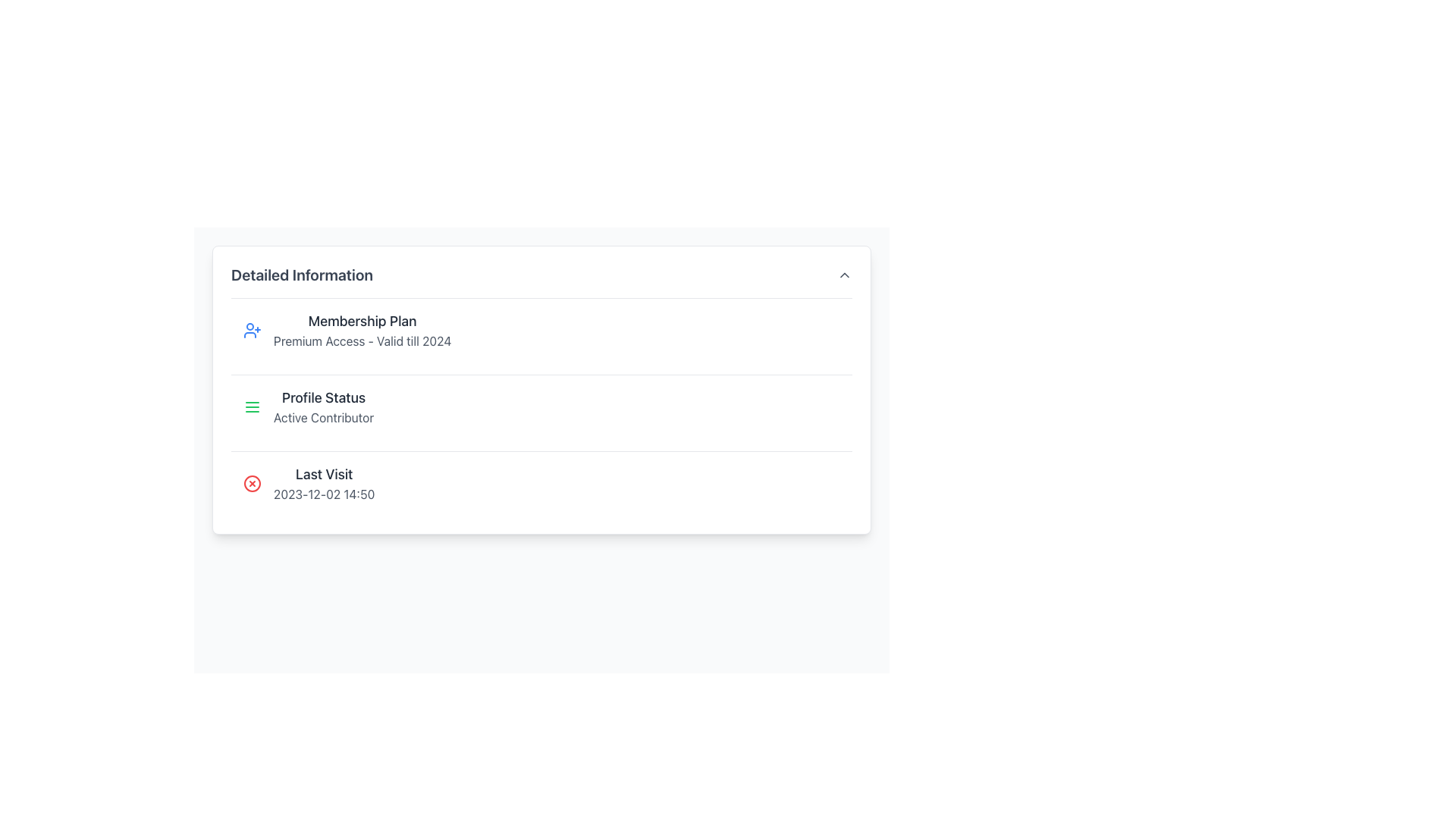 The image size is (1456, 819). What do you see at coordinates (323, 397) in the screenshot?
I see `'Profile Status' text label, which is displayed in a bold font style and located in the 'Profile Status' section on the left side of the card layout` at bounding box center [323, 397].